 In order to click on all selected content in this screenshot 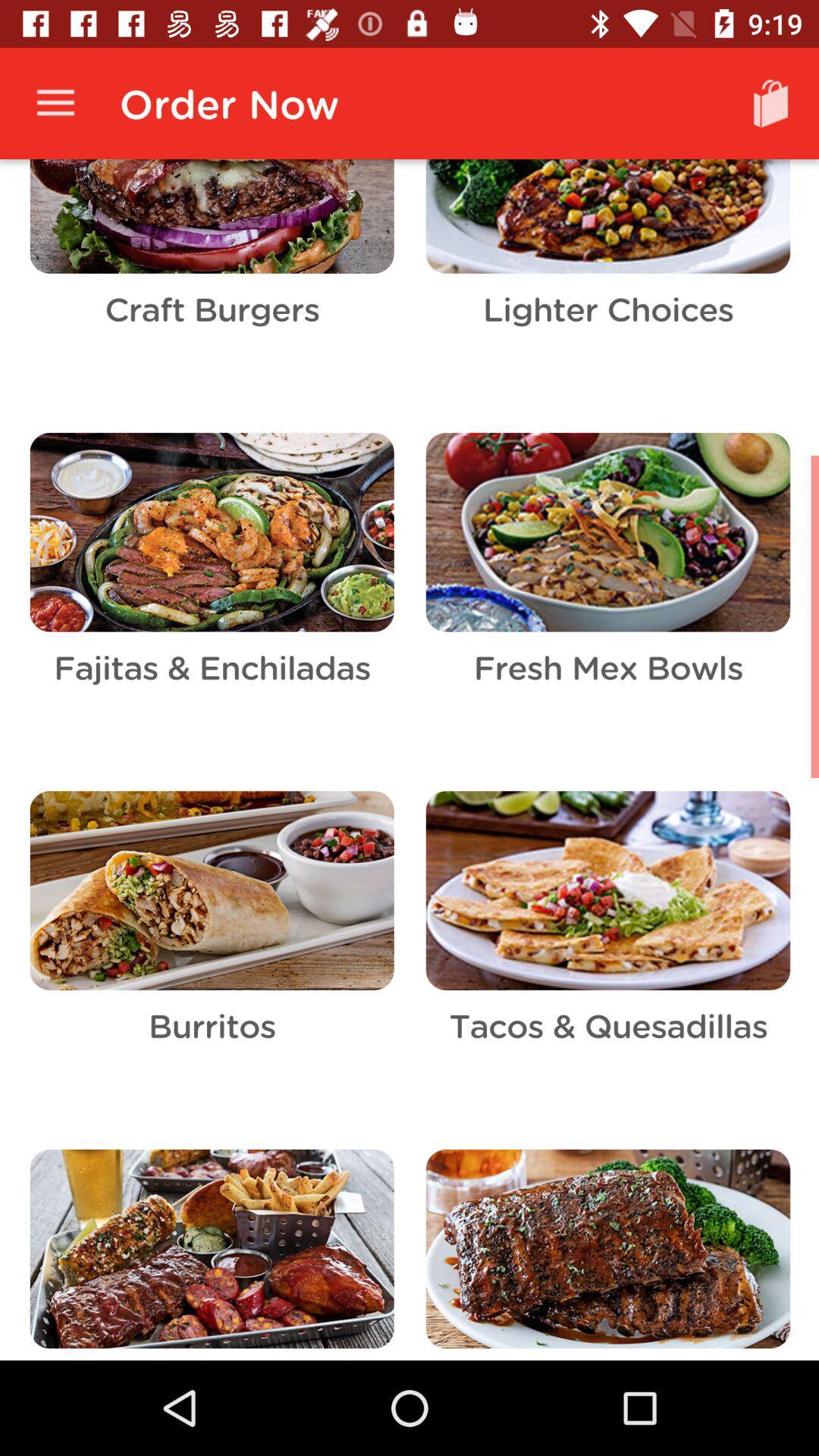, I will do `click(409, 760)`.